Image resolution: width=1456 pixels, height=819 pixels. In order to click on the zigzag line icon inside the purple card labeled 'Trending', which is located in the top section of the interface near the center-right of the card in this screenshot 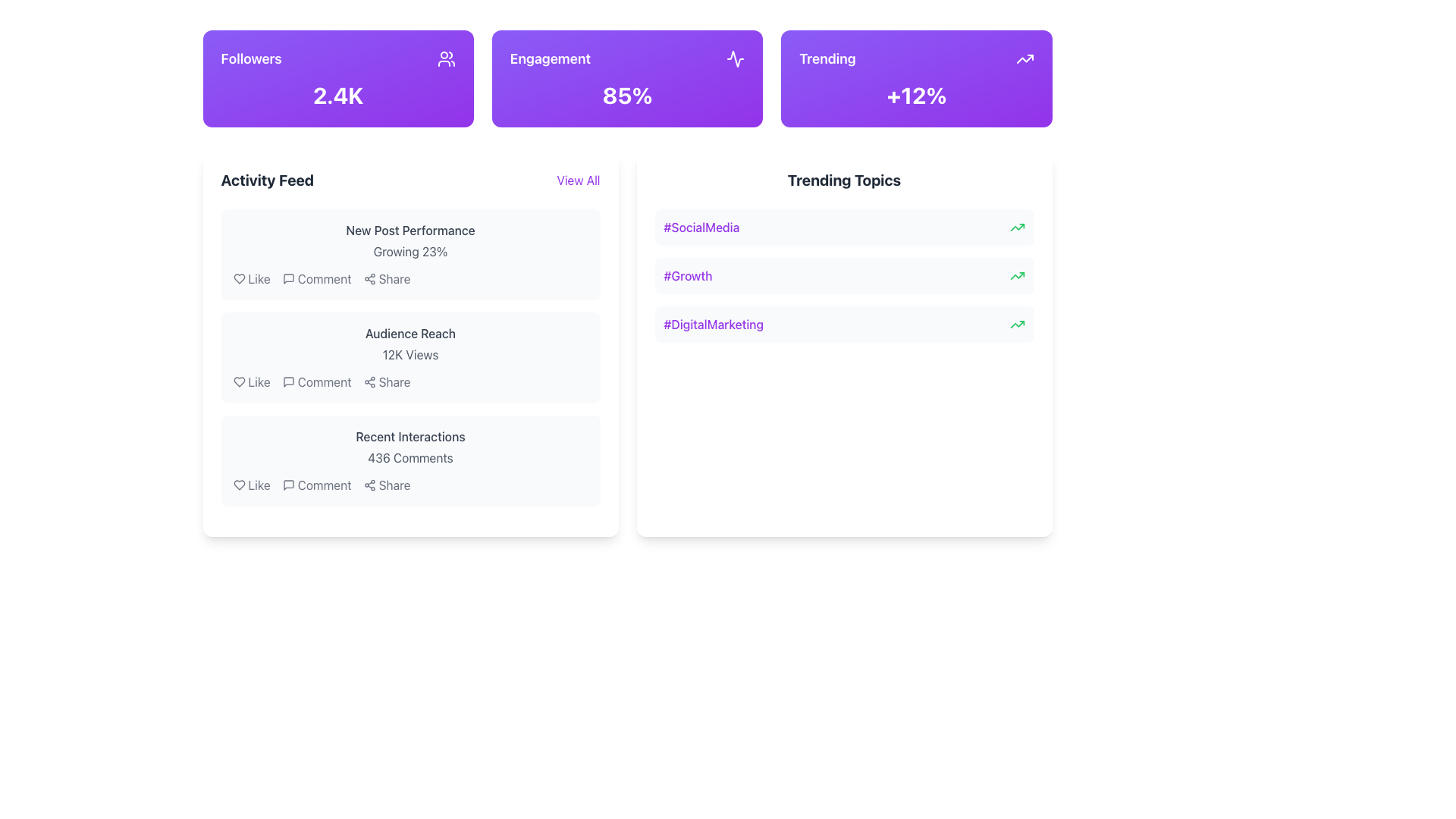, I will do `click(1025, 58)`.